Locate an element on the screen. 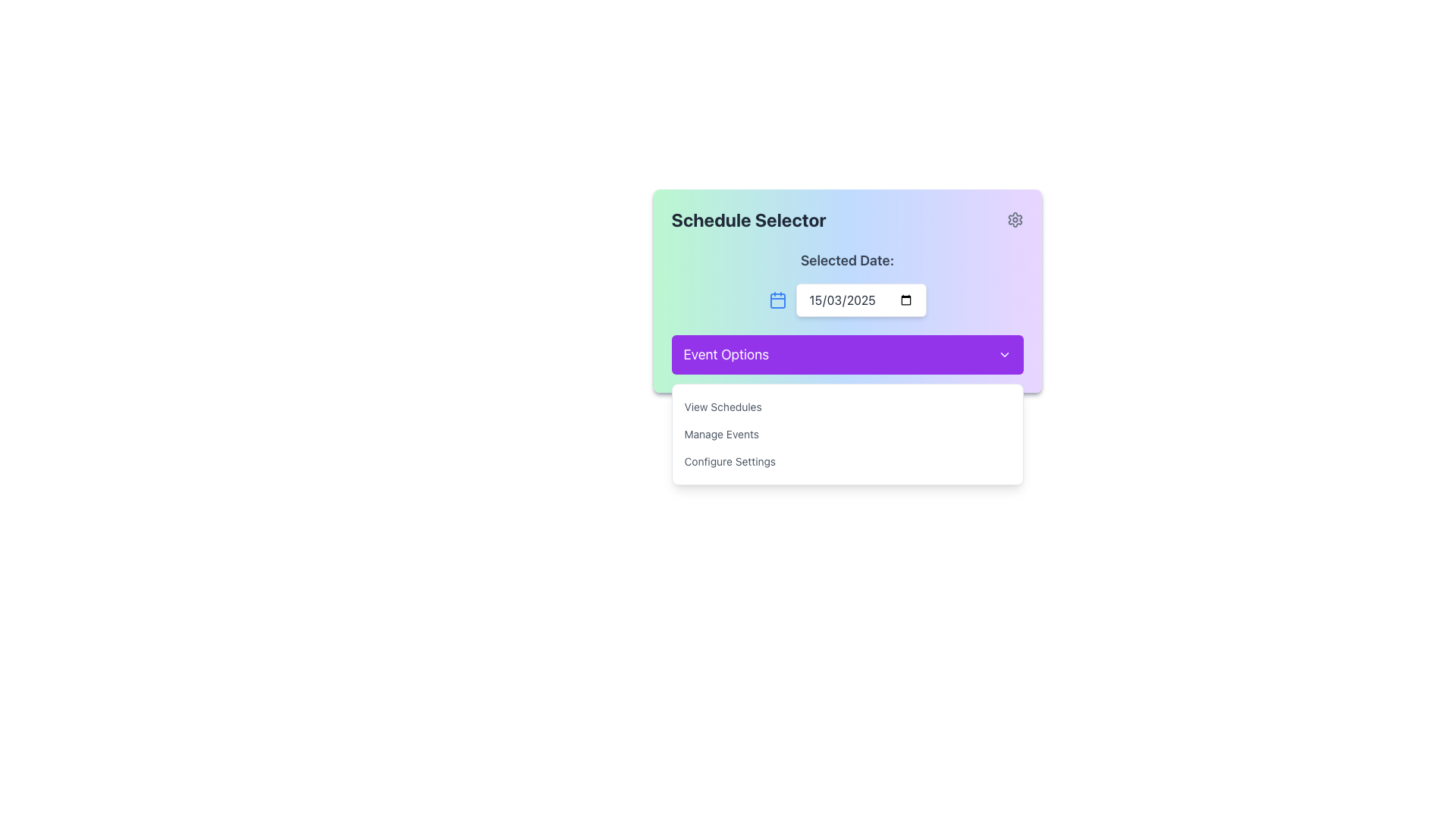  the date input field labeled 'Selected Date:' to select a date by opening the calendar dropdown is located at coordinates (846, 284).